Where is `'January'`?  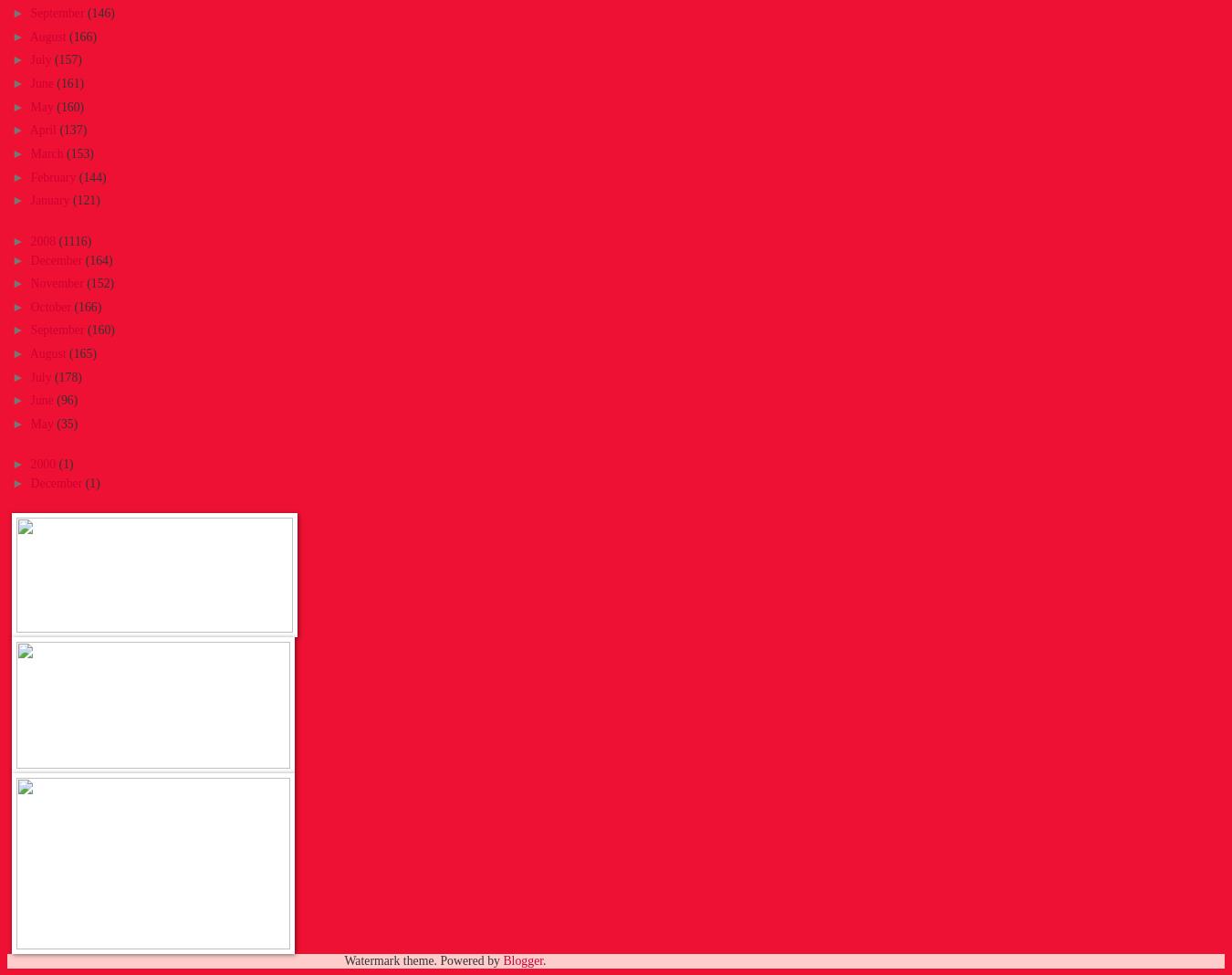 'January' is located at coordinates (50, 200).